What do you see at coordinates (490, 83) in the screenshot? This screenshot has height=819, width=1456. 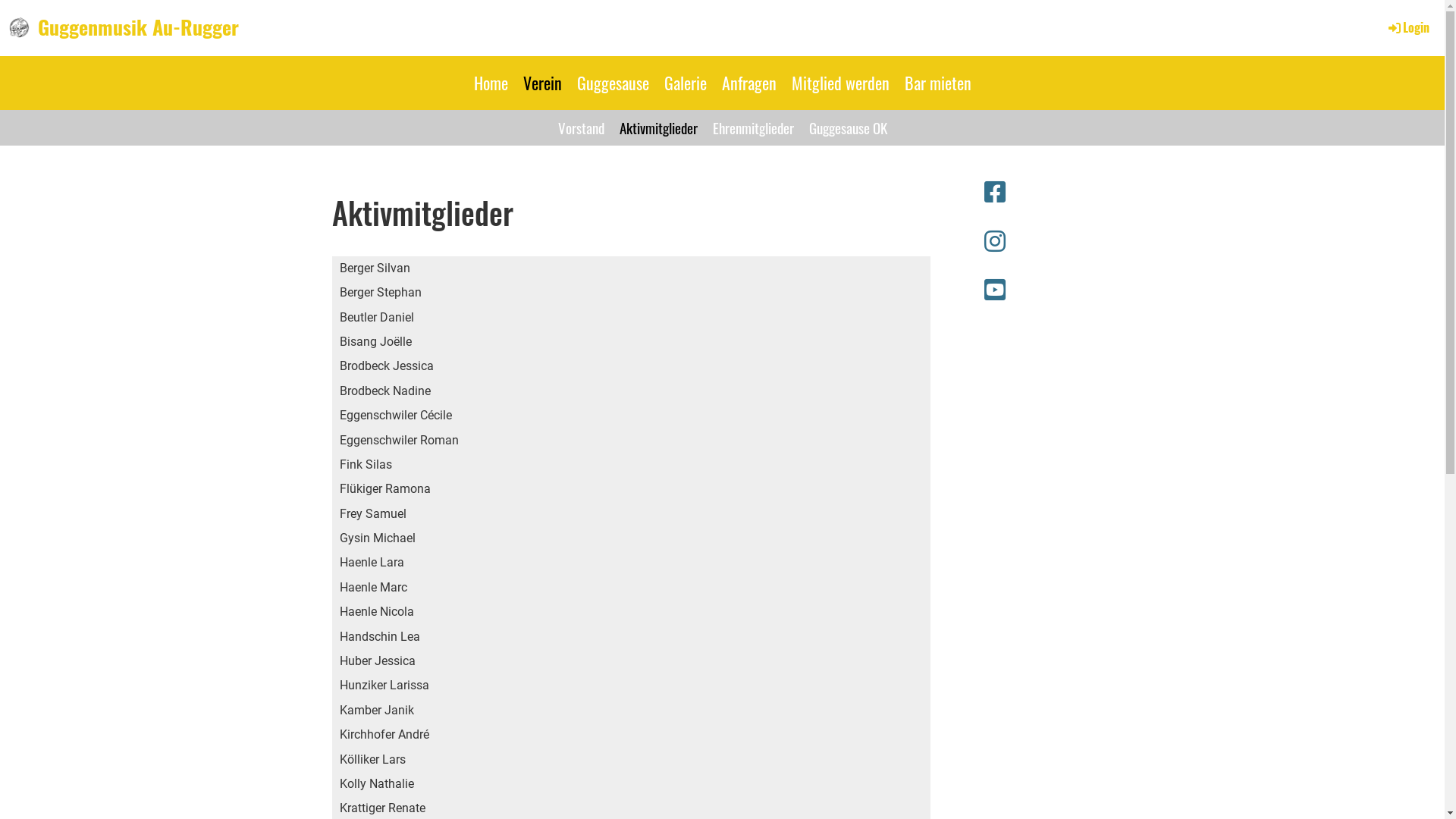 I see `'Home'` at bounding box center [490, 83].